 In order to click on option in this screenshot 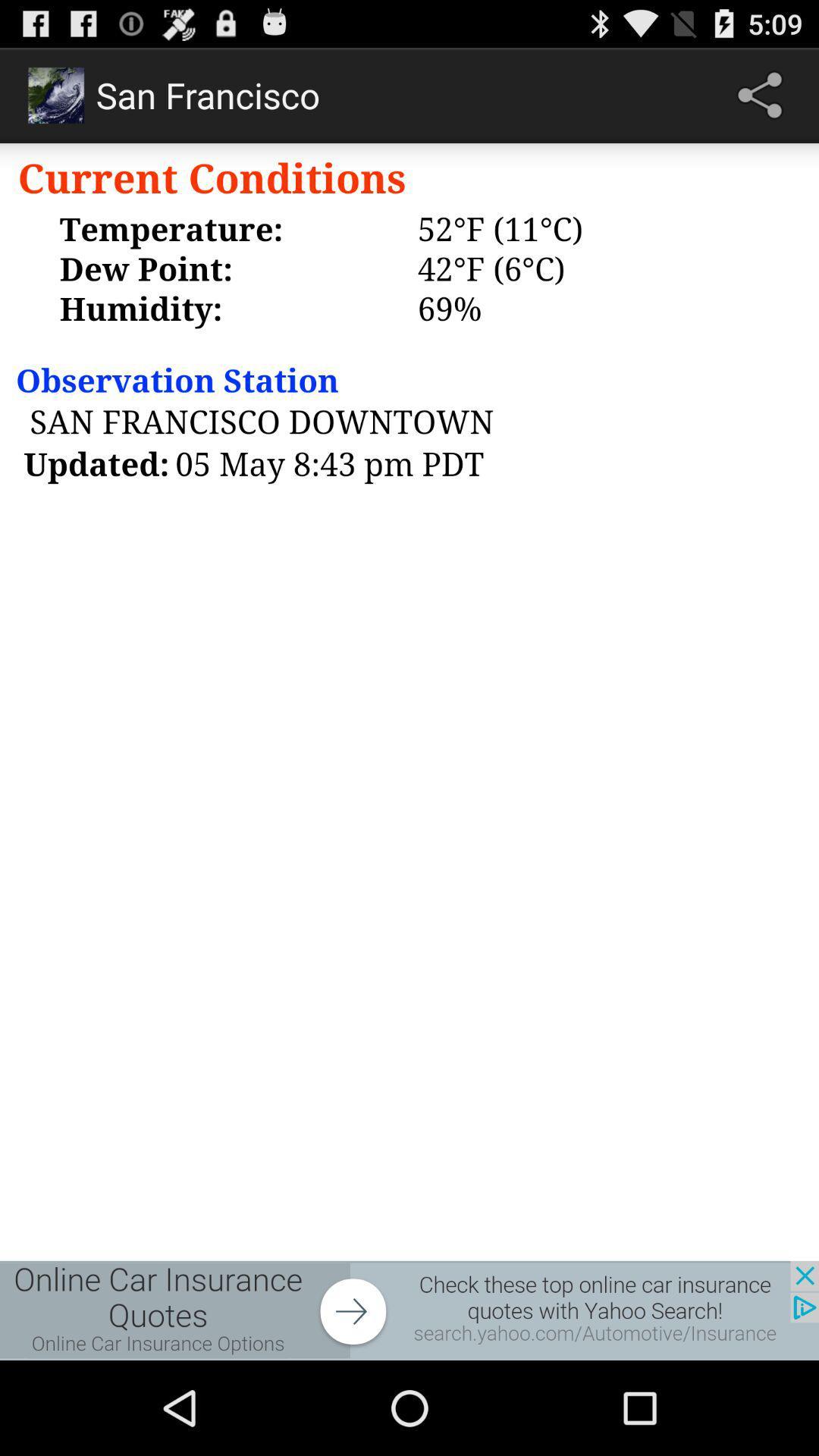, I will do `click(409, 1310)`.